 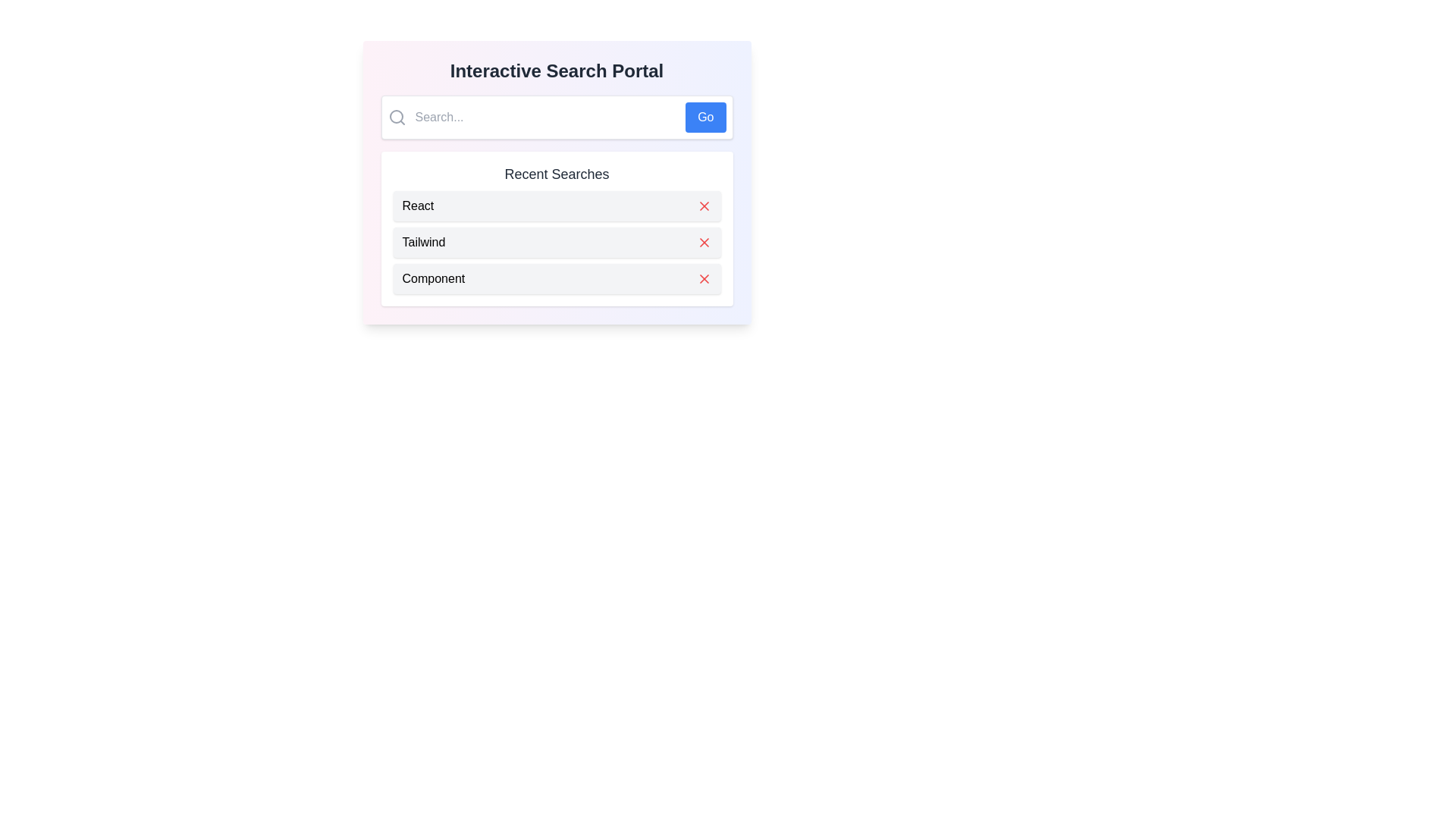 I want to click on the list item labeled 'Tailwind' in the 'Recent Searches' list, so click(x=556, y=242).